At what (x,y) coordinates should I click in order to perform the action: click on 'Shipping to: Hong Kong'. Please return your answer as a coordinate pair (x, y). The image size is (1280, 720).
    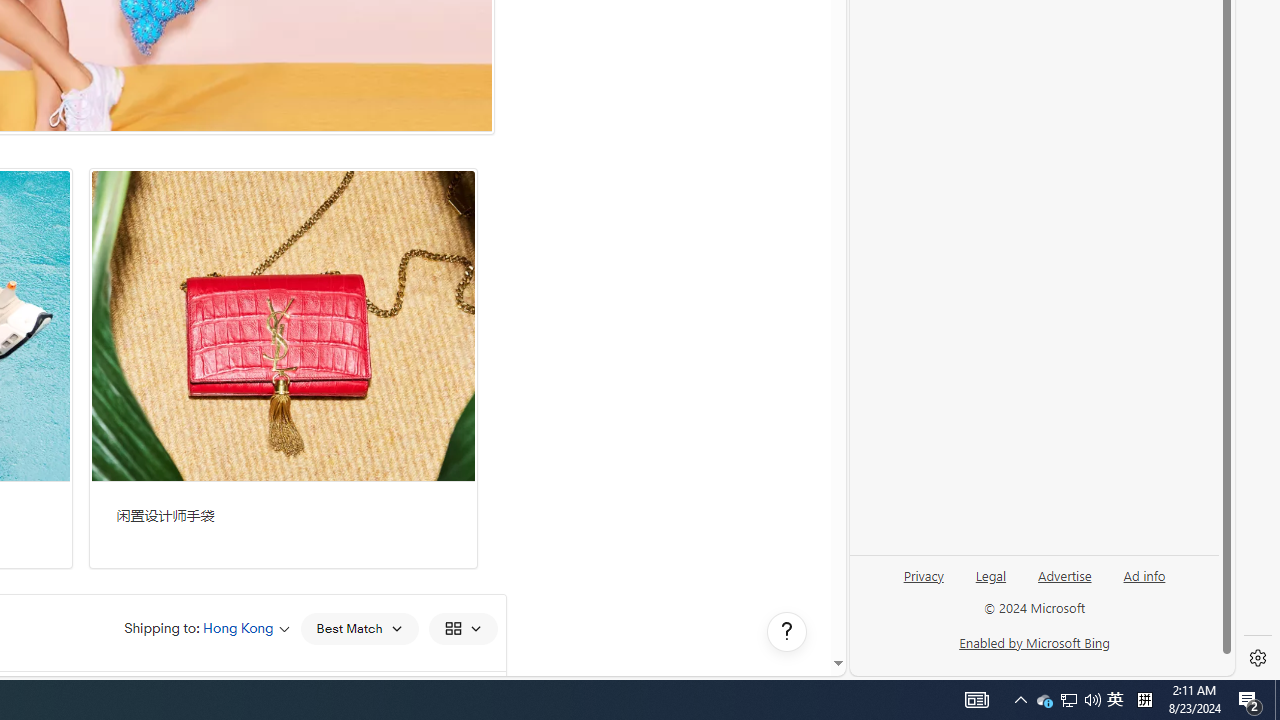
    Looking at the image, I should click on (207, 627).